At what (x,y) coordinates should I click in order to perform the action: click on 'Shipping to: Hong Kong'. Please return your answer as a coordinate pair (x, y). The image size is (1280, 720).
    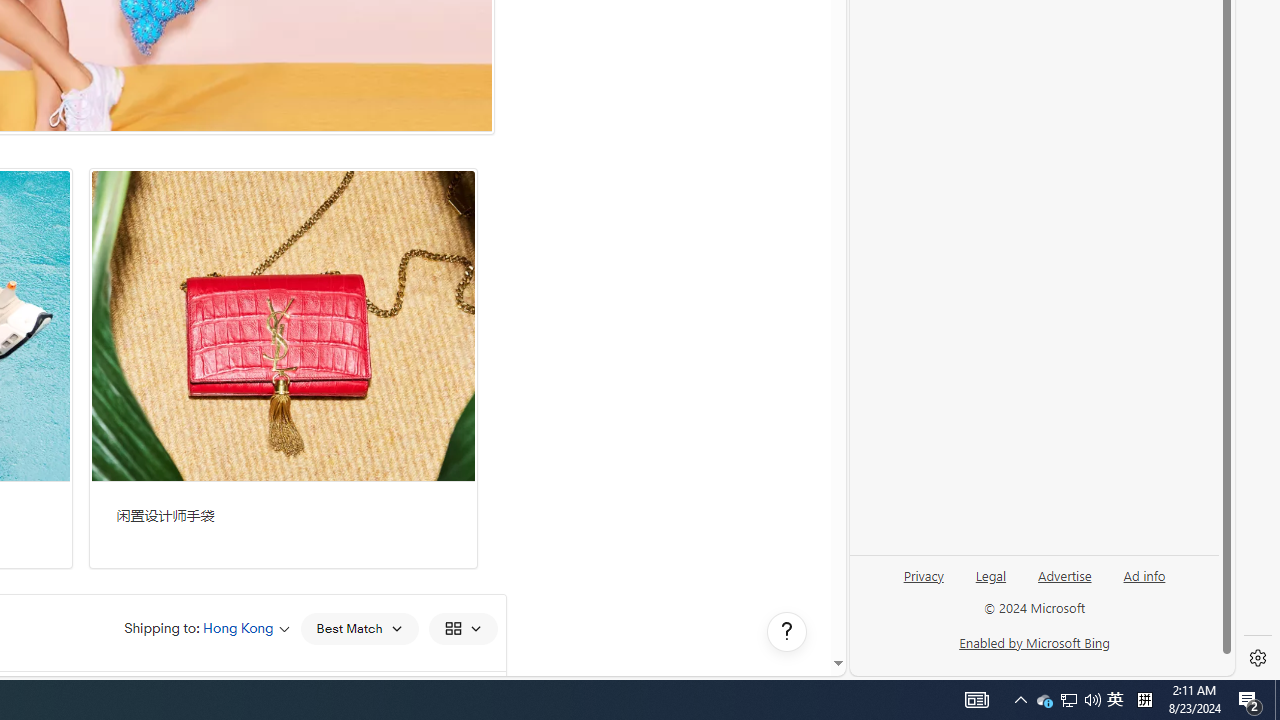
    Looking at the image, I should click on (207, 627).